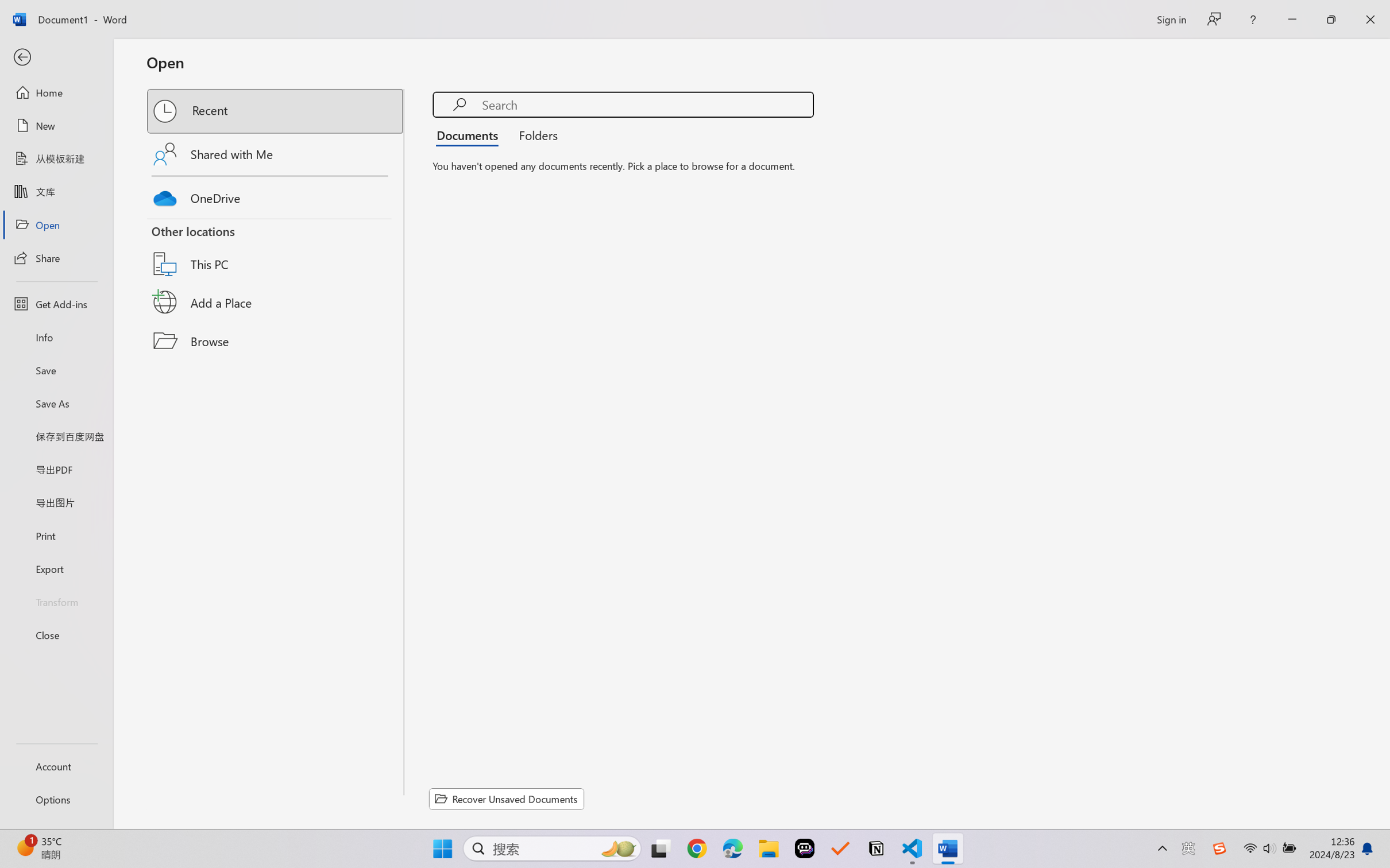  What do you see at coordinates (56, 536) in the screenshot?
I see `'Print'` at bounding box center [56, 536].